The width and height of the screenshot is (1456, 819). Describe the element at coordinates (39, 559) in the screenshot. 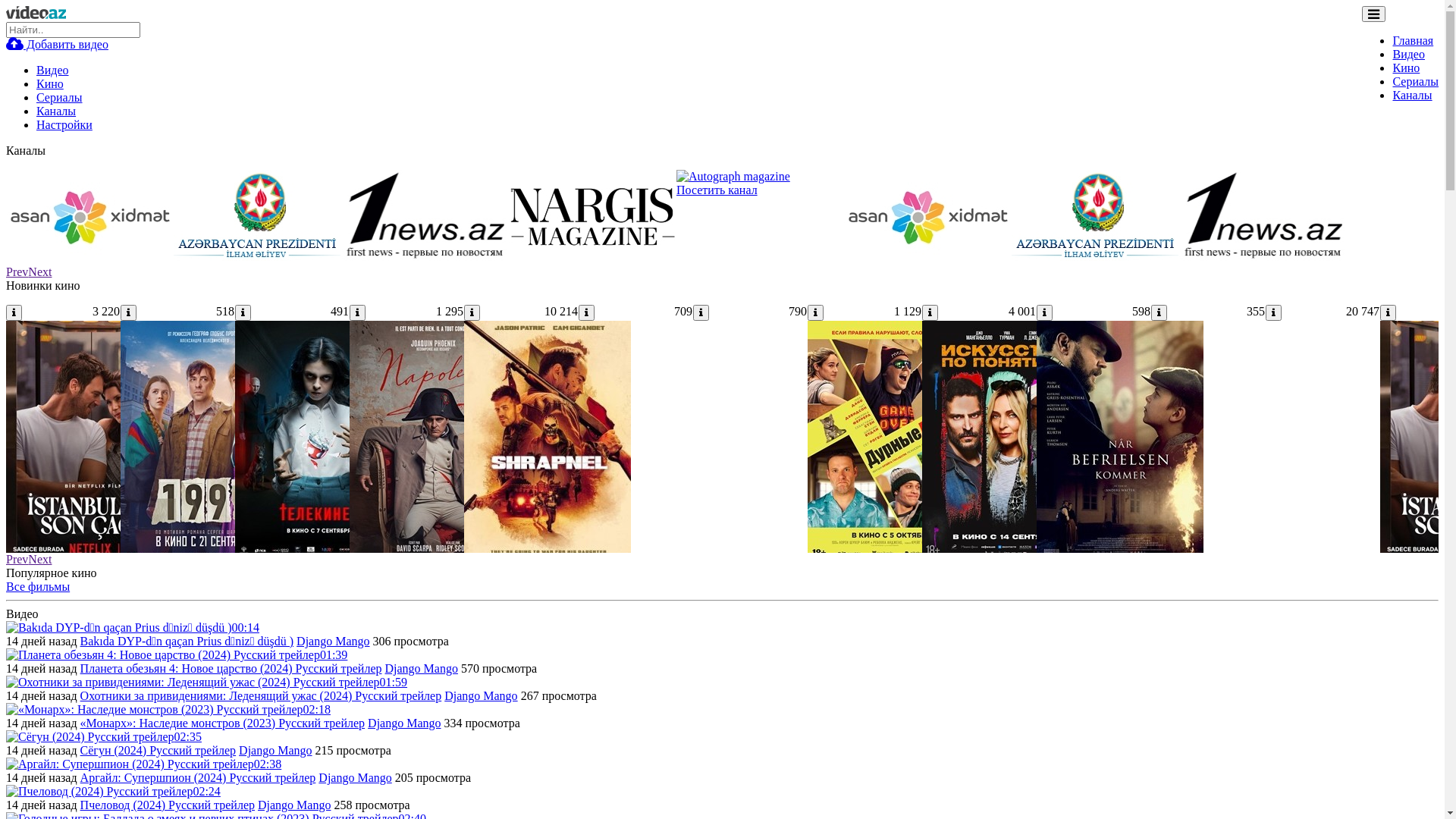

I see `'Next'` at that location.